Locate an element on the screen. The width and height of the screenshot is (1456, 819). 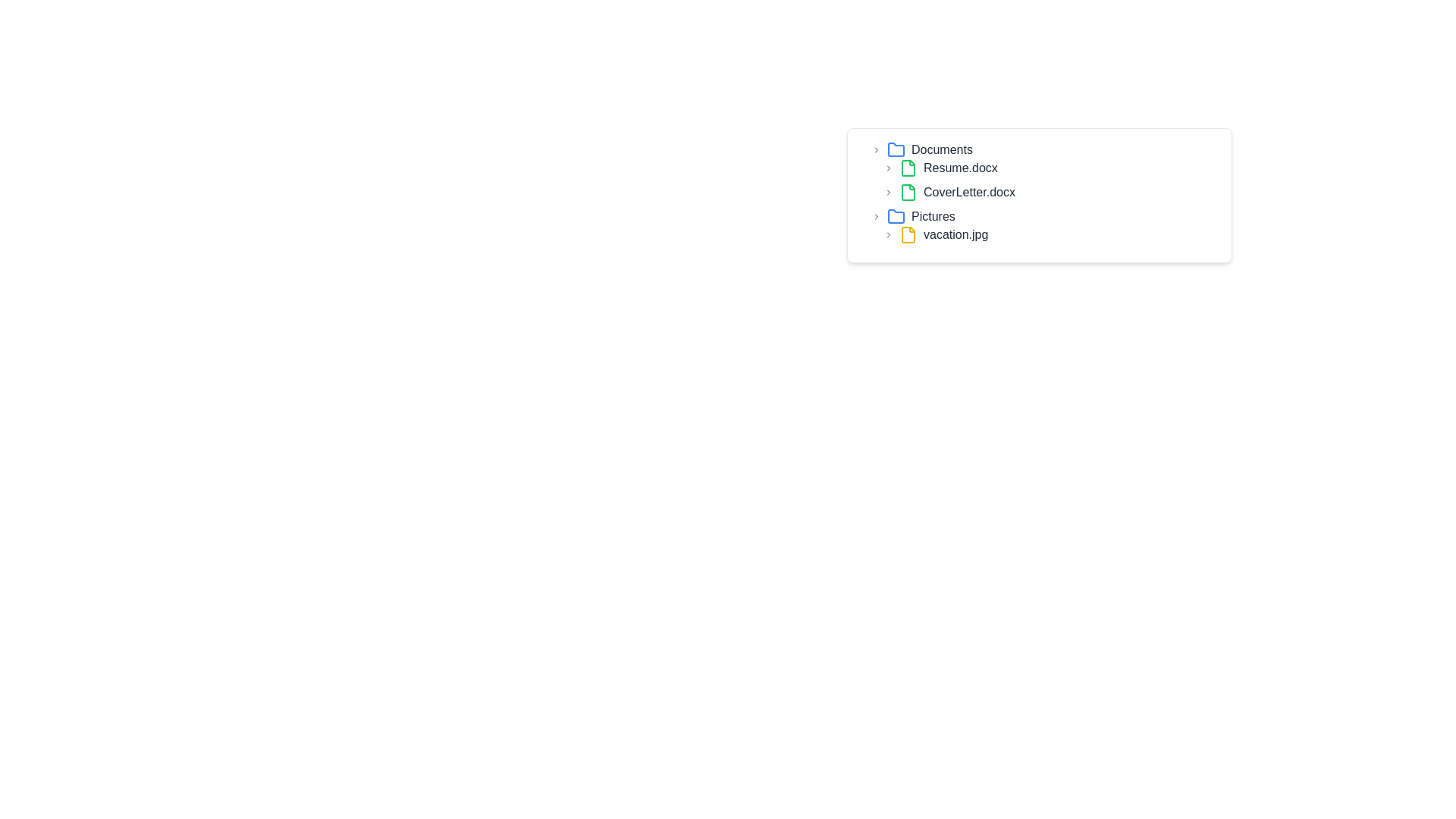
the 'Documents' text label, which is styled in dark gray and medium weight, located is located at coordinates (941, 149).